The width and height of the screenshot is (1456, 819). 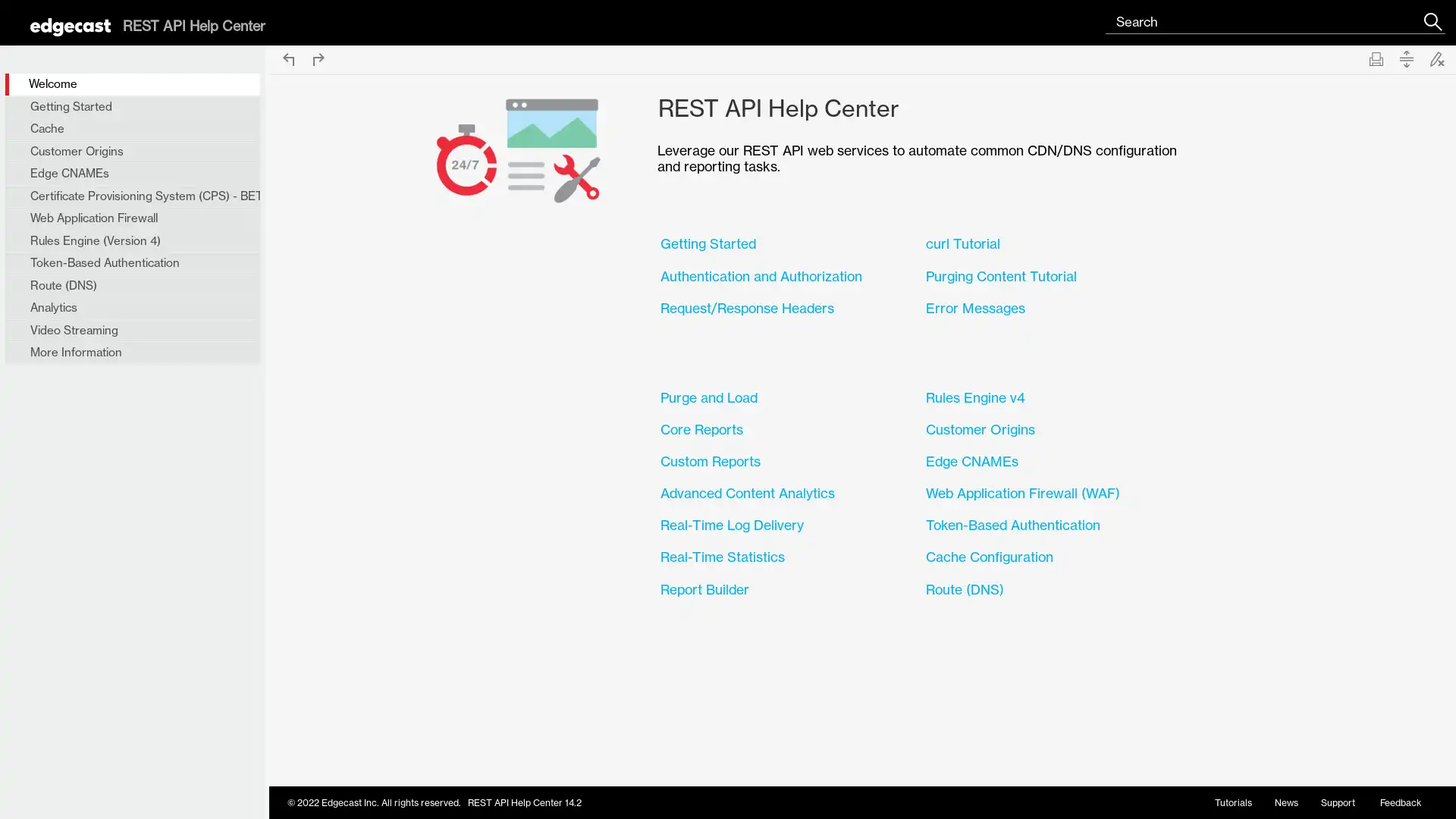 What do you see at coordinates (1405, 58) in the screenshot?
I see `expand all` at bounding box center [1405, 58].